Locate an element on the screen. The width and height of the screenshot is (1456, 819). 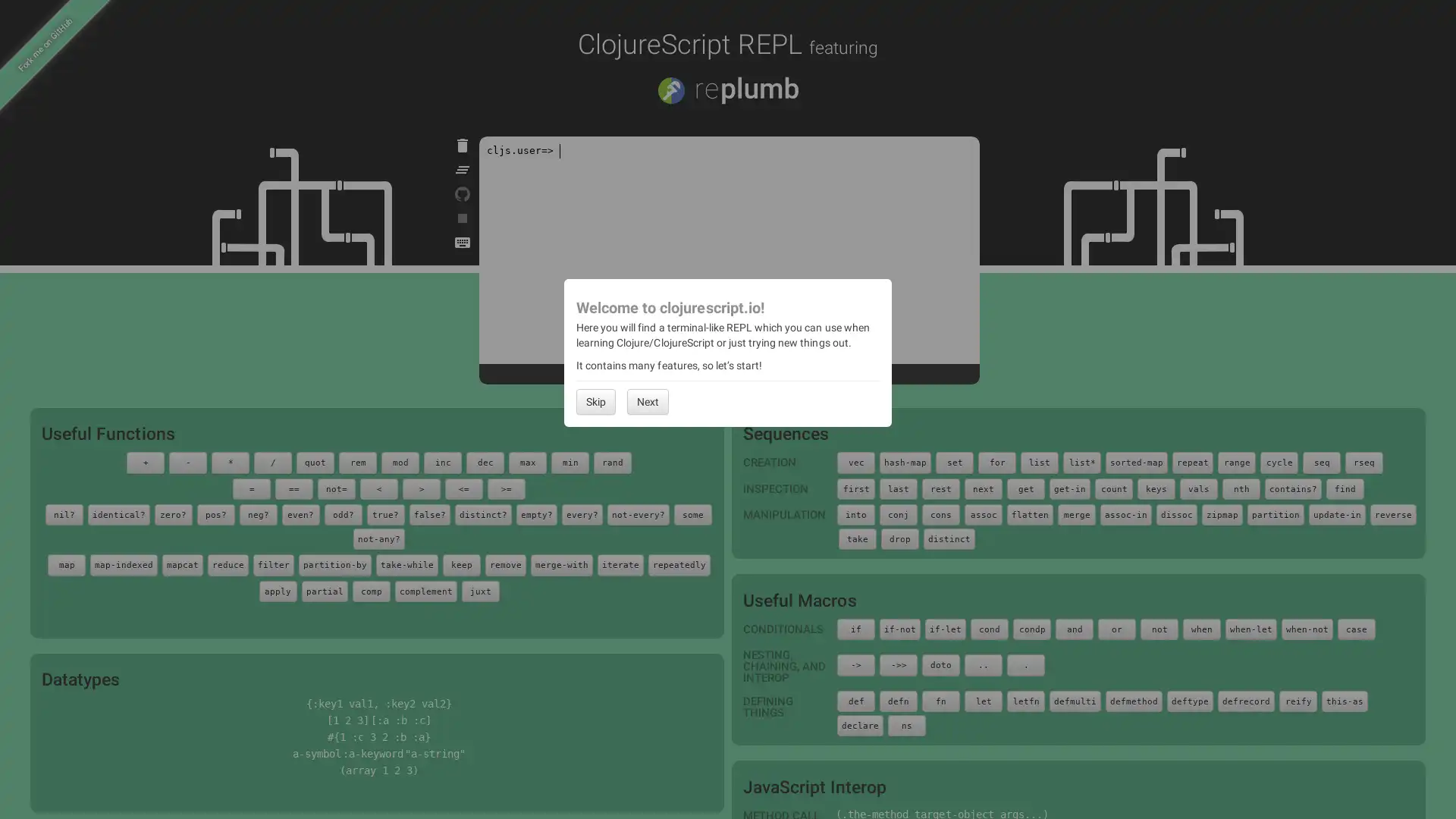
quot is located at coordinates (315, 461).